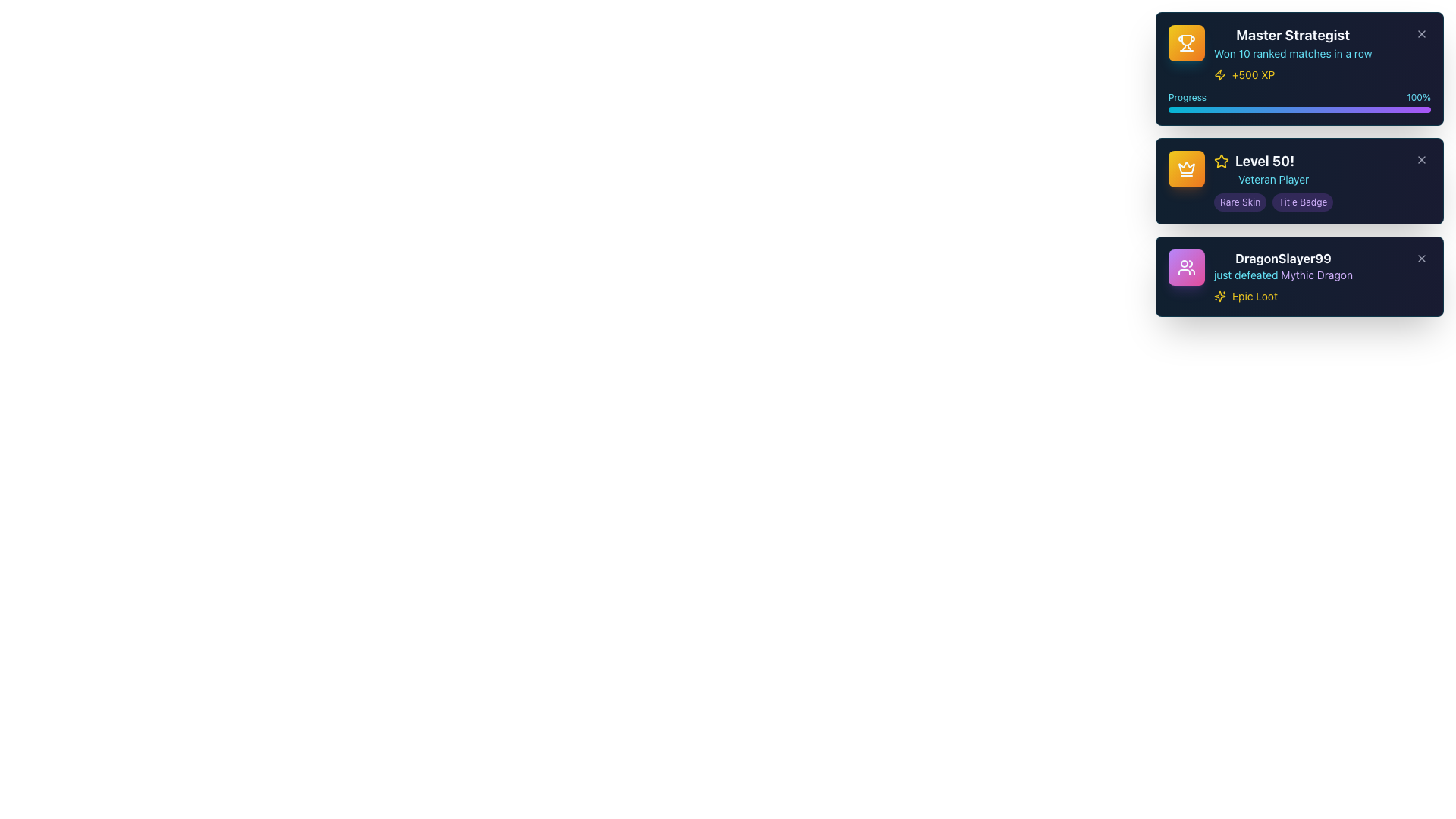 The width and height of the screenshot is (1456, 819). What do you see at coordinates (1292, 52) in the screenshot?
I see `the text label stating 'Won 10 ranked matches in a row' which is styled in cyan color and located within the notification card below the title 'Master Strategist'` at bounding box center [1292, 52].